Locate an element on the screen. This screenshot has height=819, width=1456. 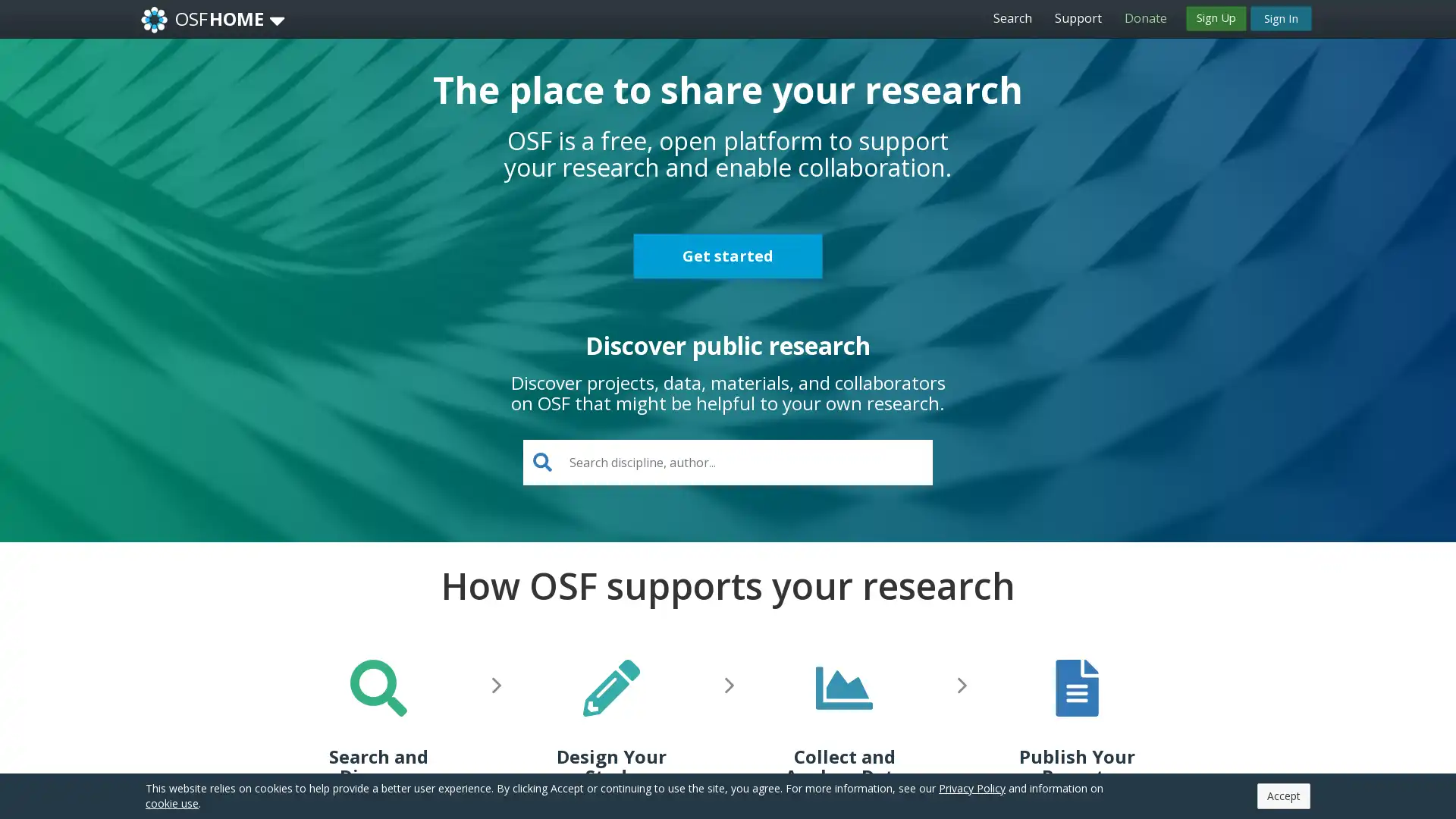
Accept is located at coordinates (1283, 795).